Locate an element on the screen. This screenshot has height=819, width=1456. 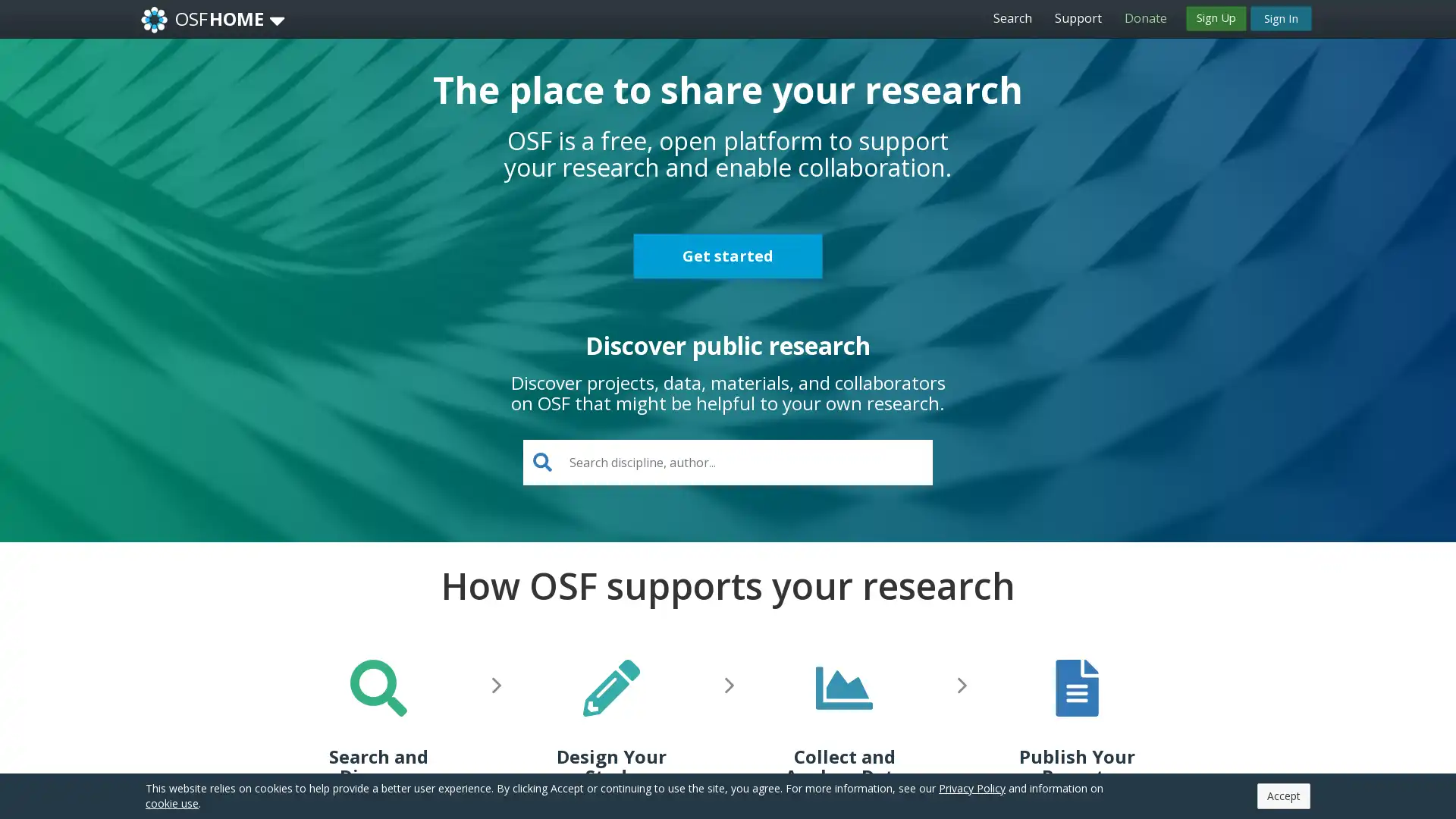
Accept is located at coordinates (1283, 795).